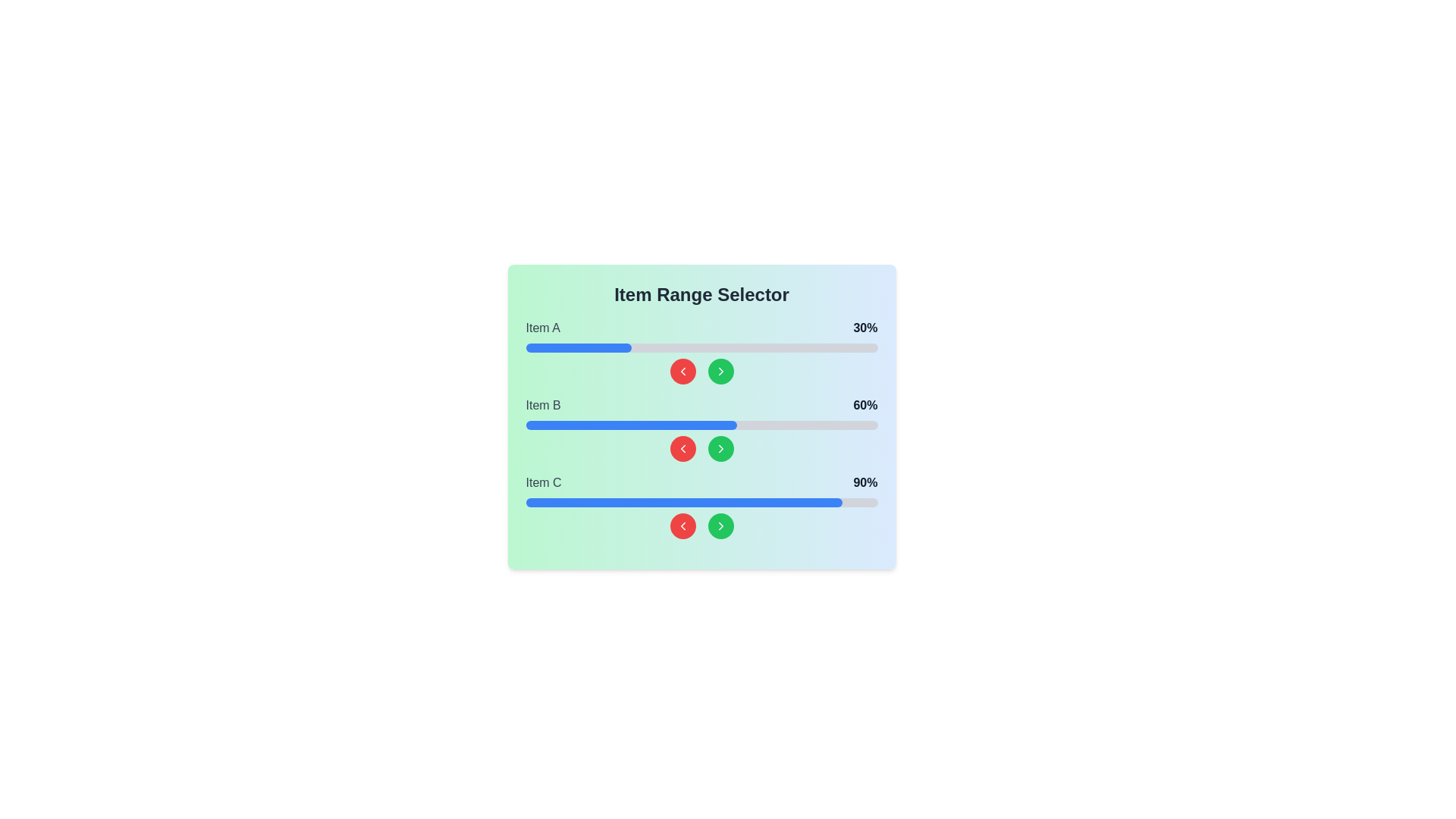 The width and height of the screenshot is (1456, 819). Describe the element at coordinates (682, 526) in the screenshot. I see `the left-facing chevron arrow button styled with a red circular background` at that location.